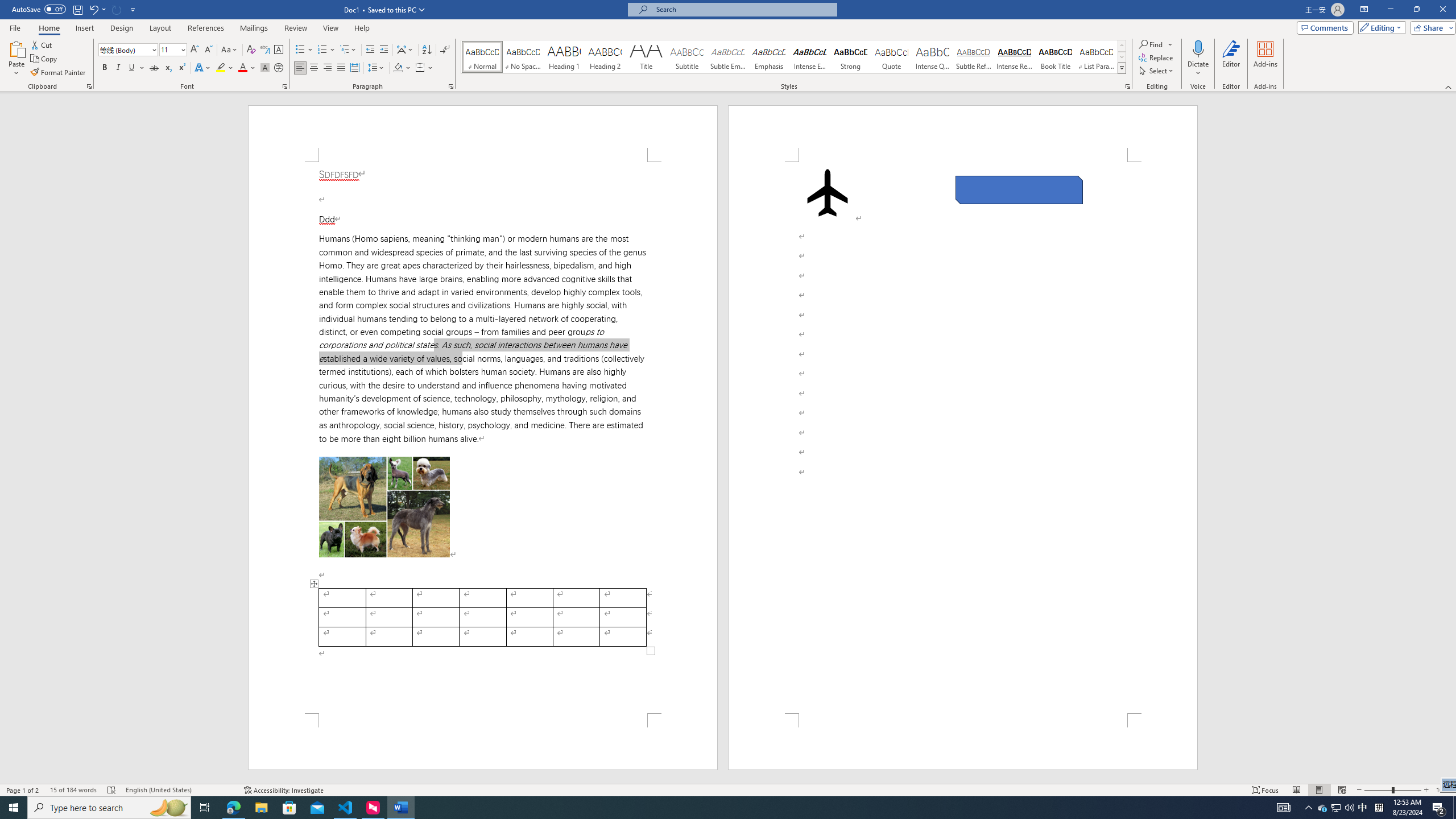  What do you see at coordinates (646, 56) in the screenshot?
I see `'Title'` at bounding box center [646, 56].